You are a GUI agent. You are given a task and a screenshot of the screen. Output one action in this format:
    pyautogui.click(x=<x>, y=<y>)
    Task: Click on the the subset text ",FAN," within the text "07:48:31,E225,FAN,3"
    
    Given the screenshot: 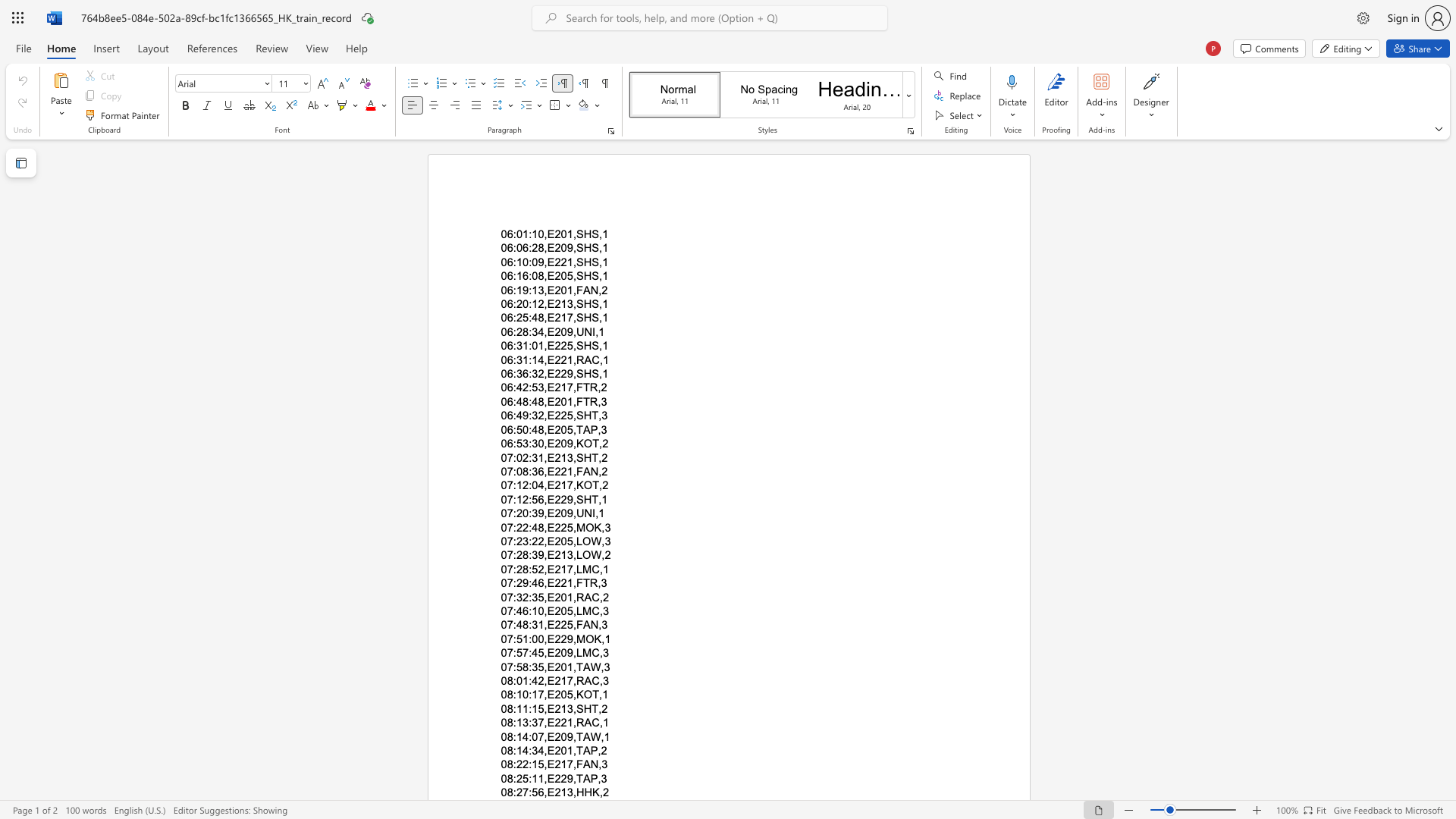 What is the action you would take?
    pyautogui.click(x=572, y=625)
    